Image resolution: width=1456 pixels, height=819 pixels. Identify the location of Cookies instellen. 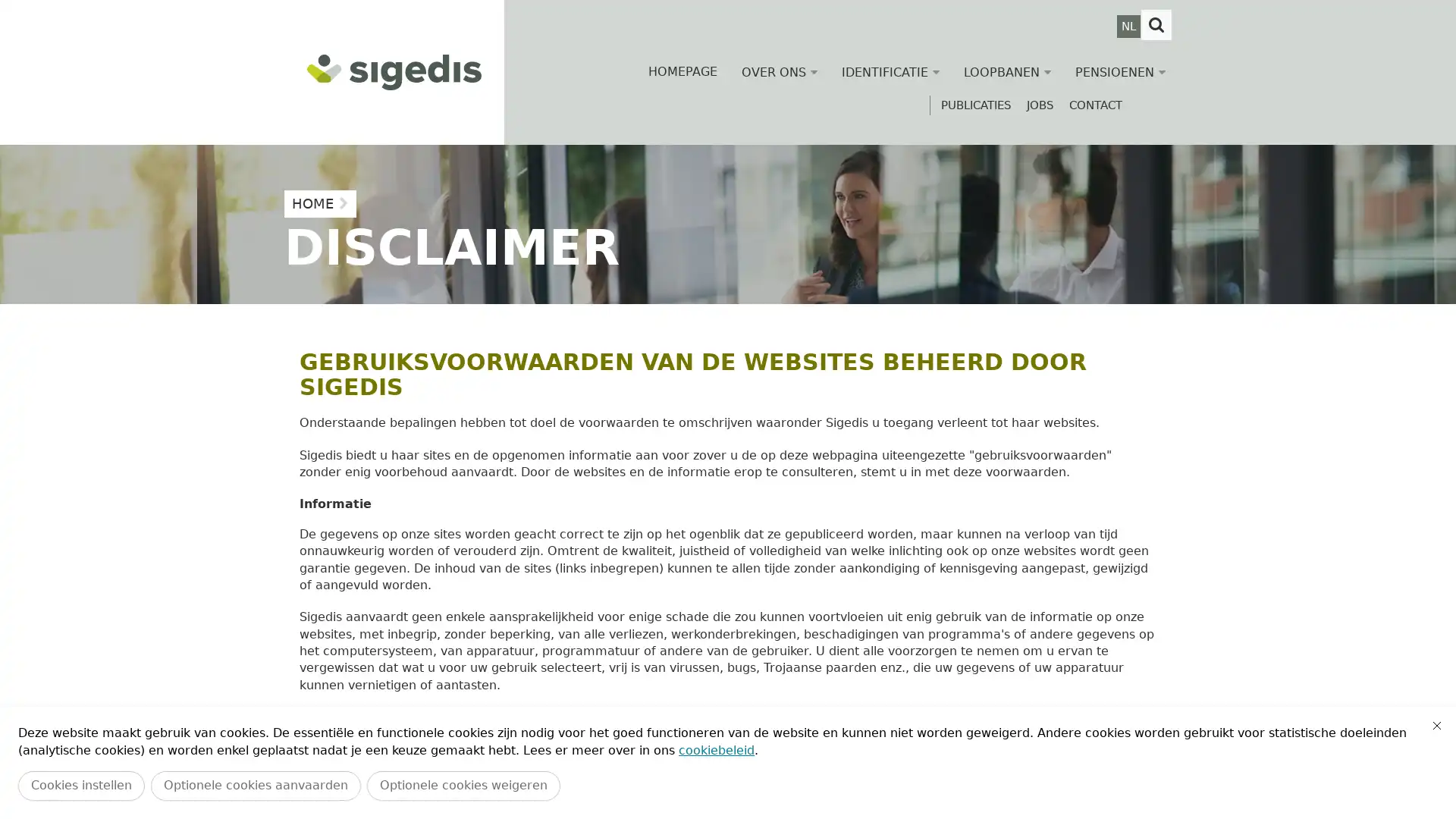
(80, 785).